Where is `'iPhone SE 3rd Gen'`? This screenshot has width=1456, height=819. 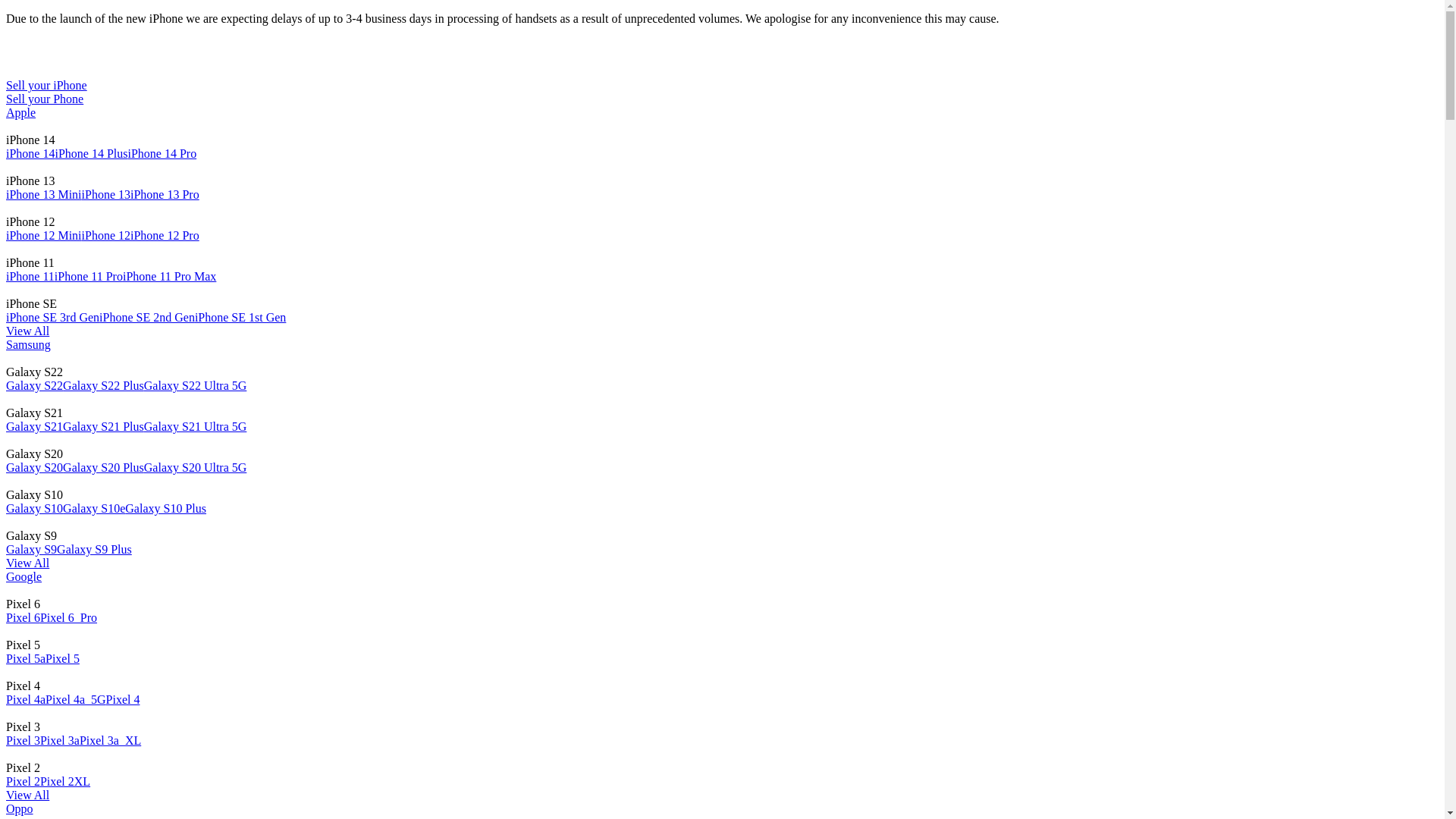 'iPhone SE 3rd Gen' is located at coordinates (52, 316).